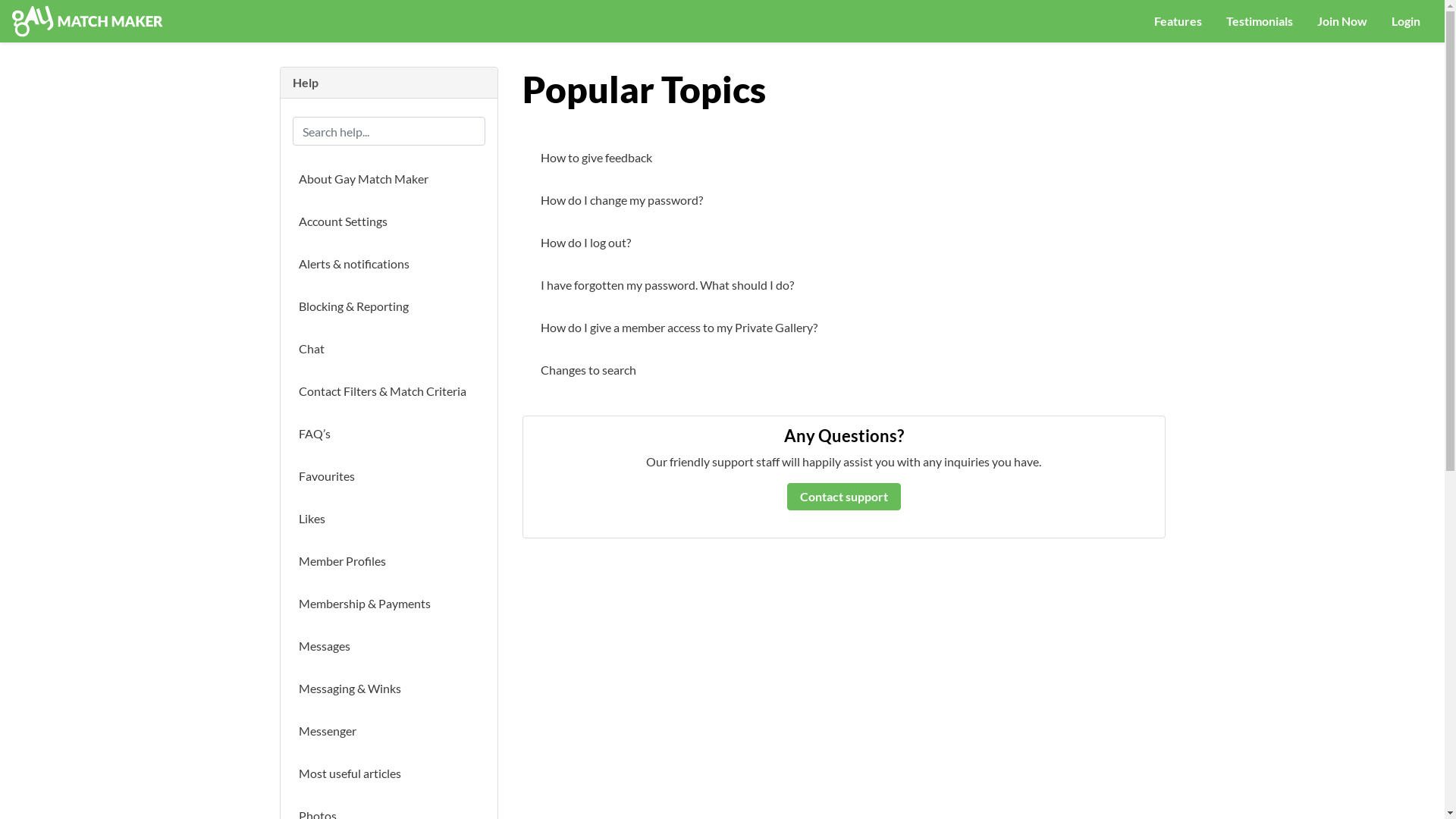  What do you see at coordinates (534, 199) in the screenshot?
I see `'How do I change my password?'` at bounding box center [534, 199].